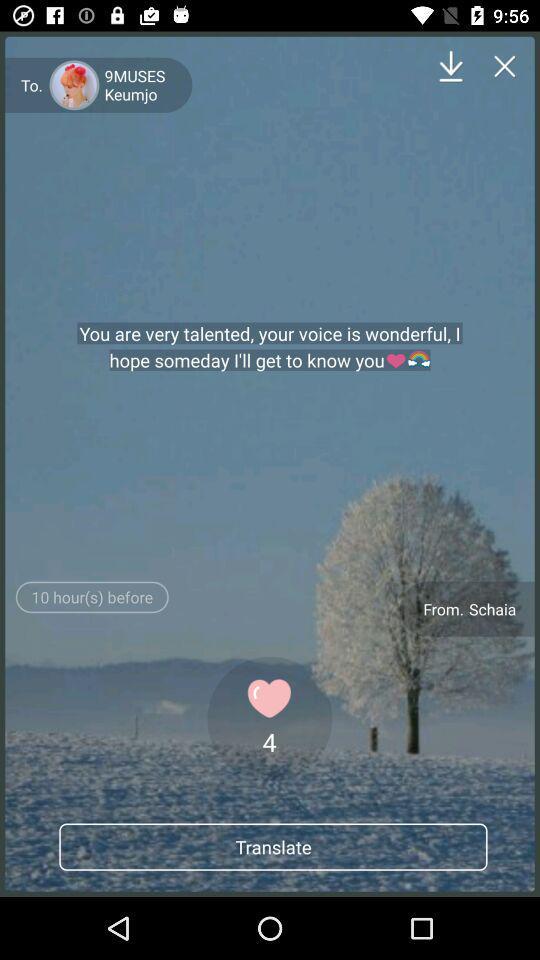 The height and width of the screenshot is (960, 540). I want to click on the translate icon, so click(272, 846).